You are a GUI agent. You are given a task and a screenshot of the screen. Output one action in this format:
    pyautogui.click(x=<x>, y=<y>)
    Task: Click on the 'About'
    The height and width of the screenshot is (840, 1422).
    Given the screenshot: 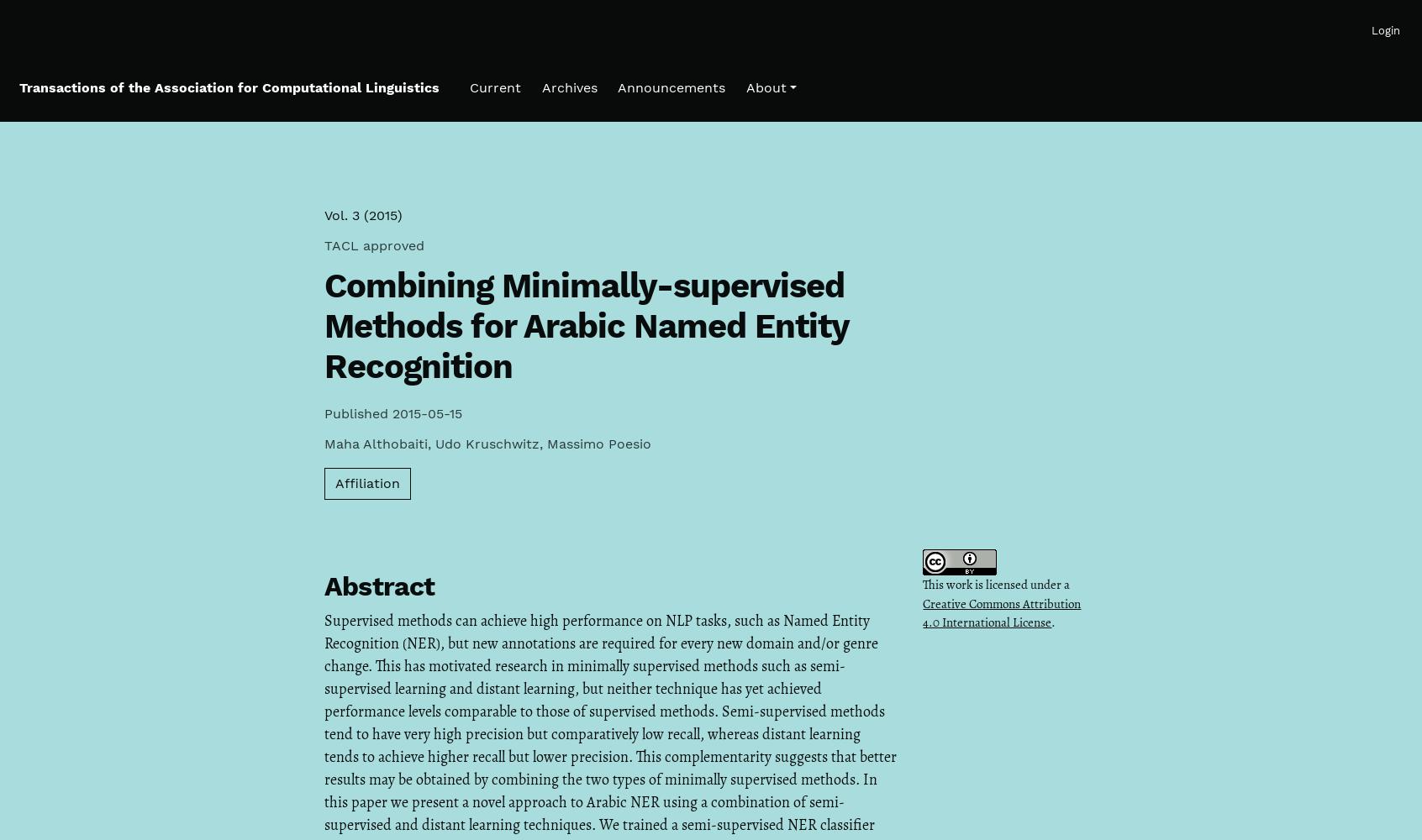 What is the action you would take?
    pyautogui.click(x=764, y=87)
    